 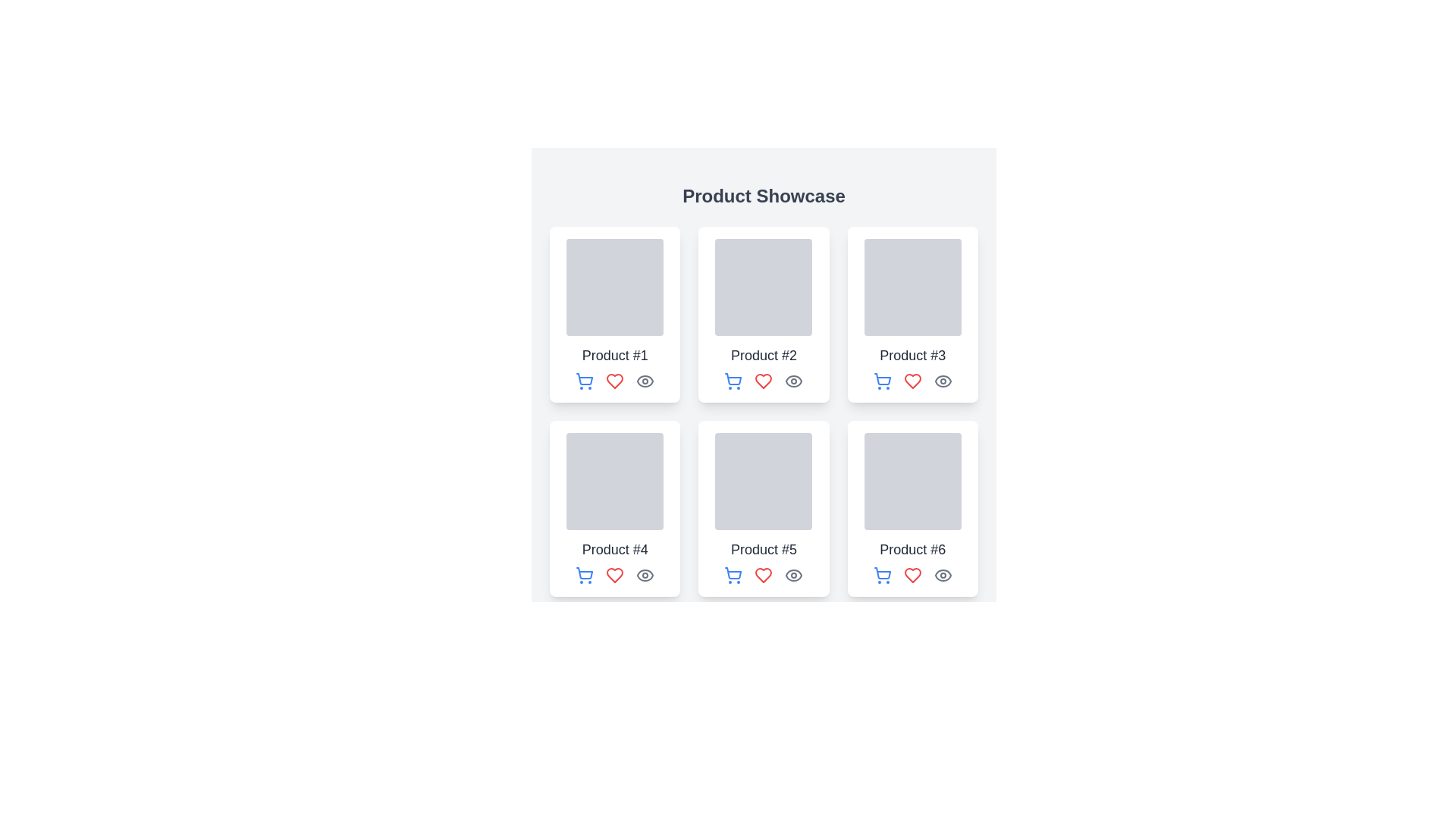 What do you see at coordinates (733, 573) in the screenshot?
I see `the shopping cart icon located in the fifth card of the 'Product Showcase' section` at bounding box center [733, 573].